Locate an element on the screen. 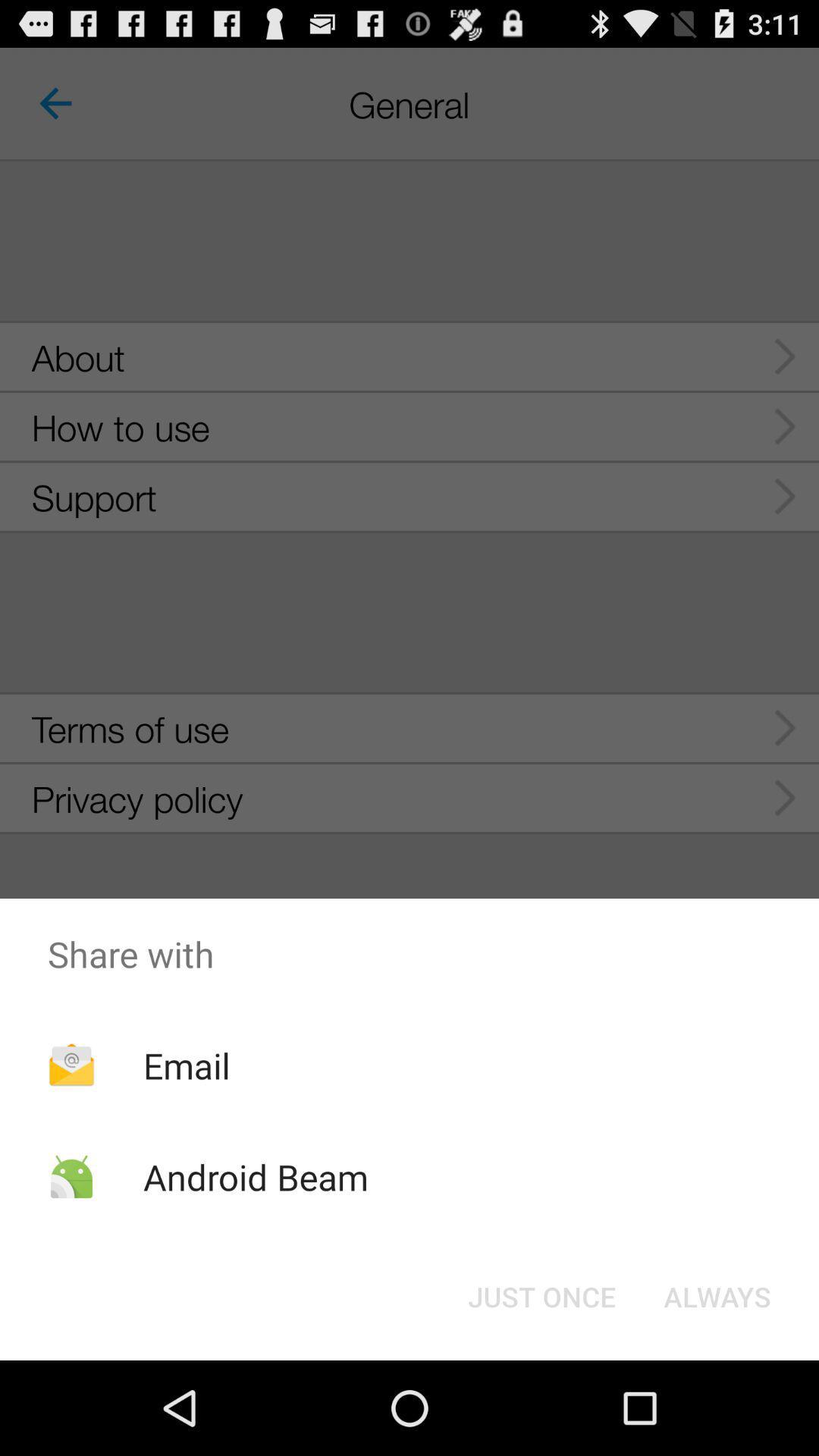  the icon below share with item is located at coordinates (186, 1065).